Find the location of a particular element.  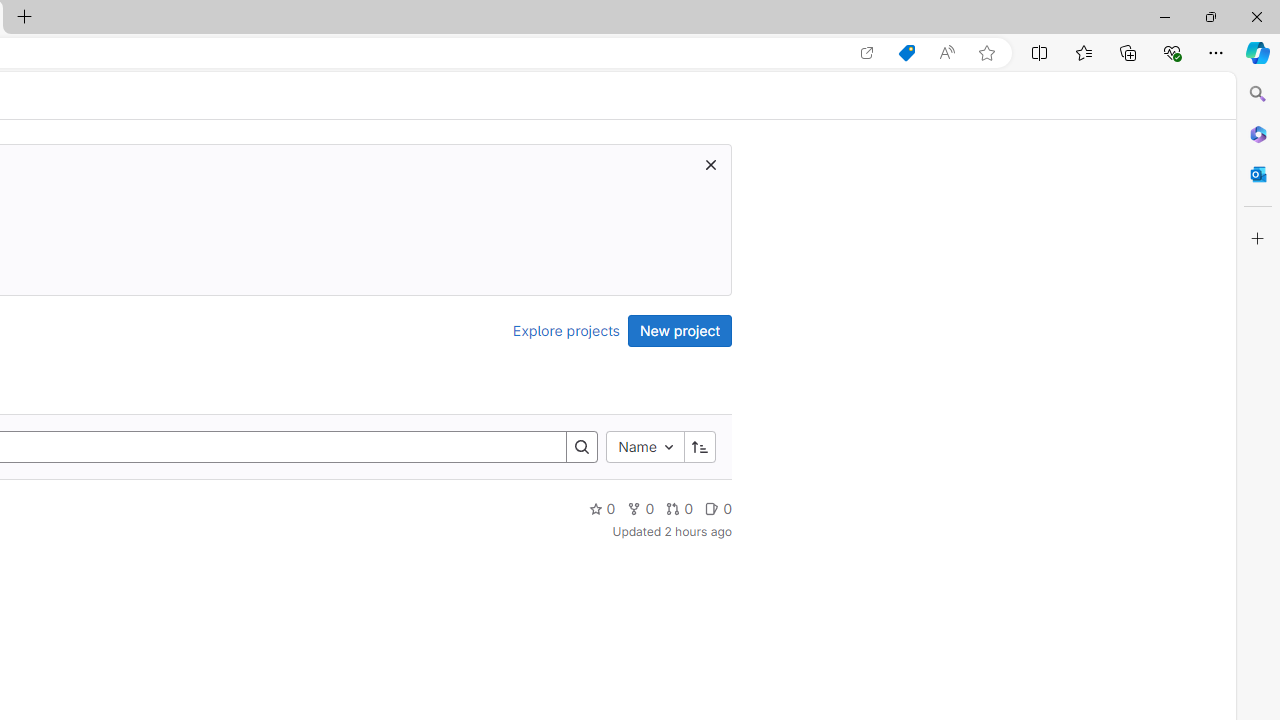

'Dismiss trial promotion' is located at coordinates (711, 163).